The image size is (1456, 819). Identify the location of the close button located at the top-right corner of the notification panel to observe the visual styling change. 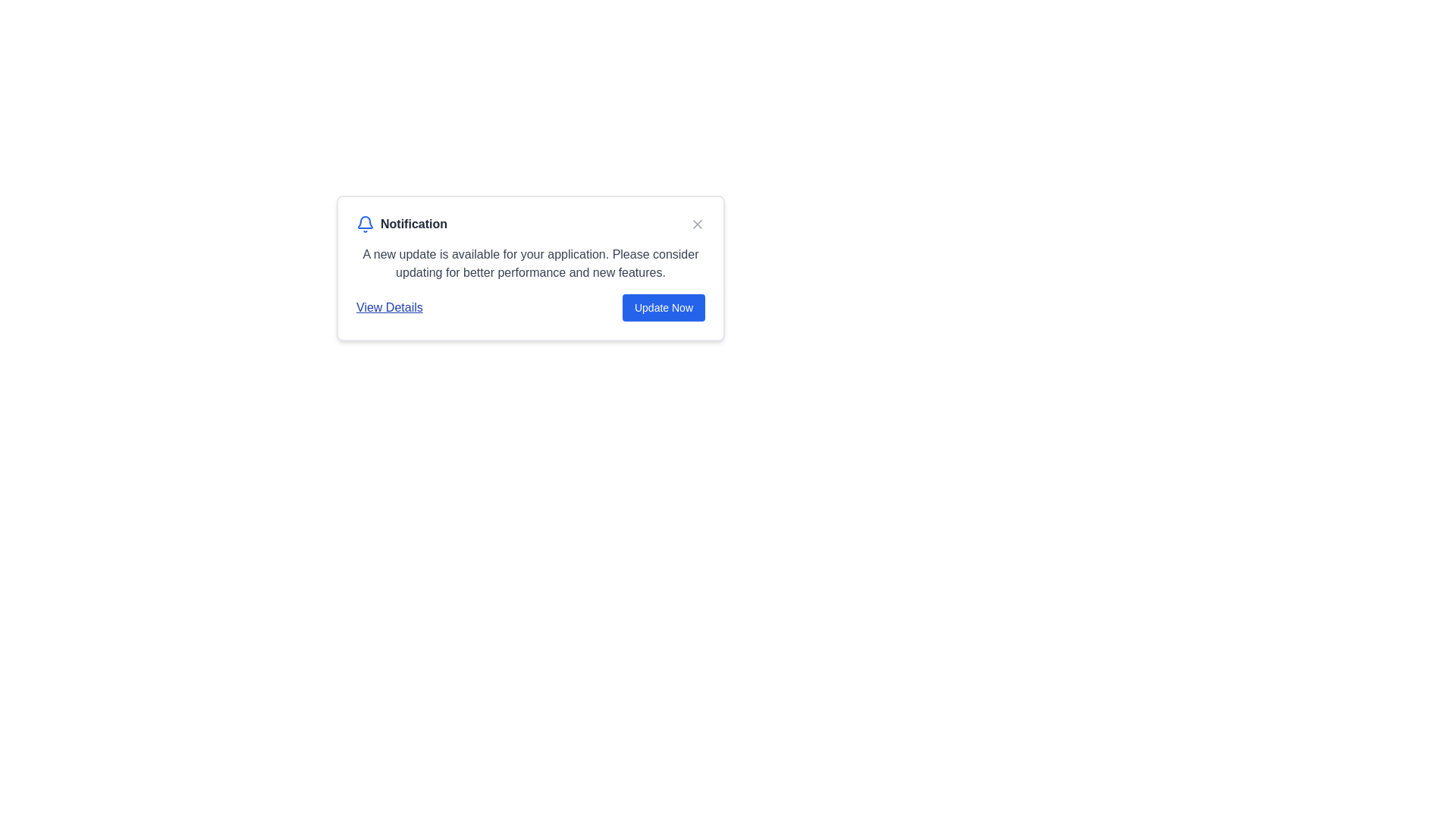
(697, 224).